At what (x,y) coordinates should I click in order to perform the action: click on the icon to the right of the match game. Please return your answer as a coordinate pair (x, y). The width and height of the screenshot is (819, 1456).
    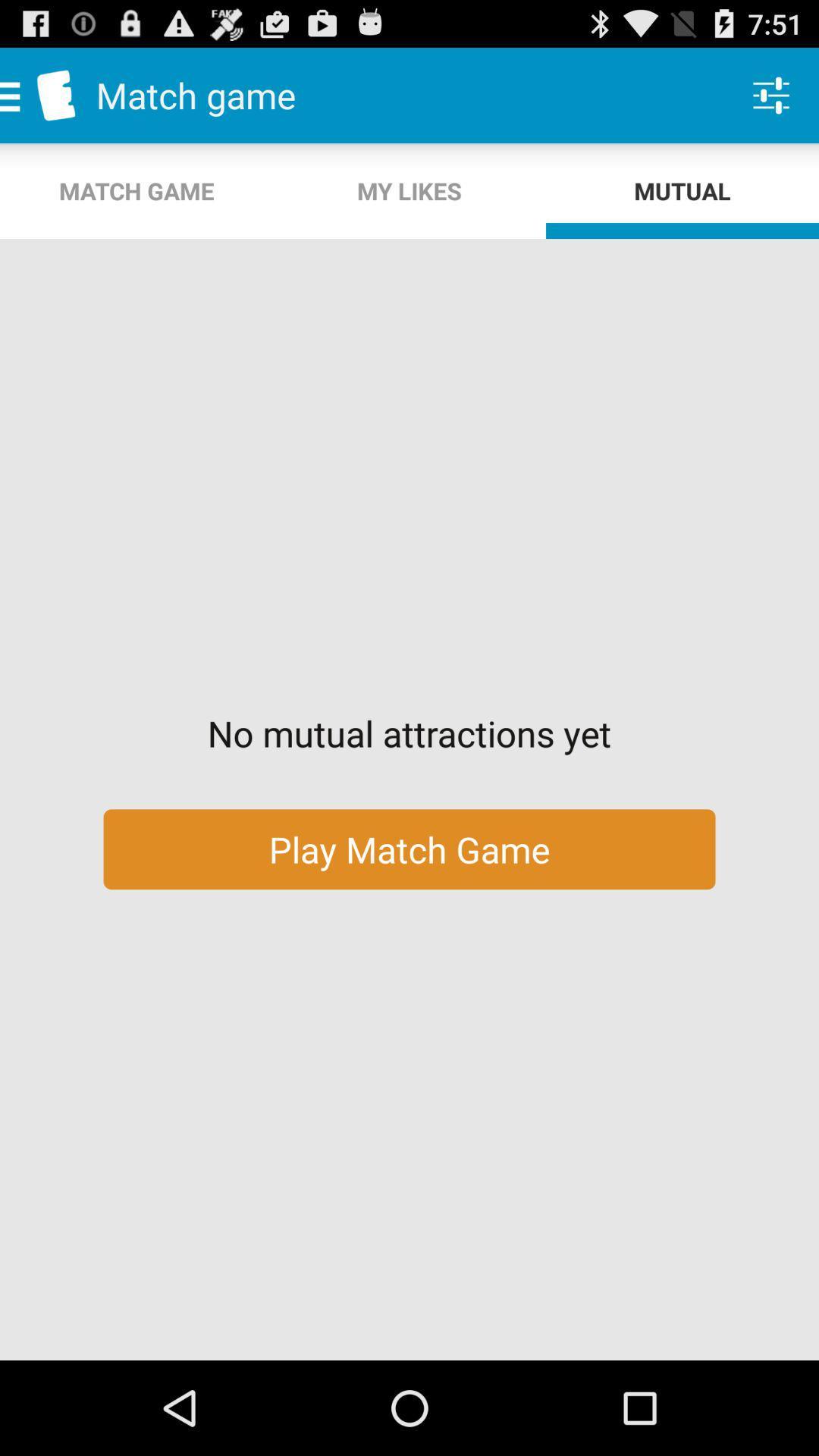
    Looking at the image, I should click on (409, 190).